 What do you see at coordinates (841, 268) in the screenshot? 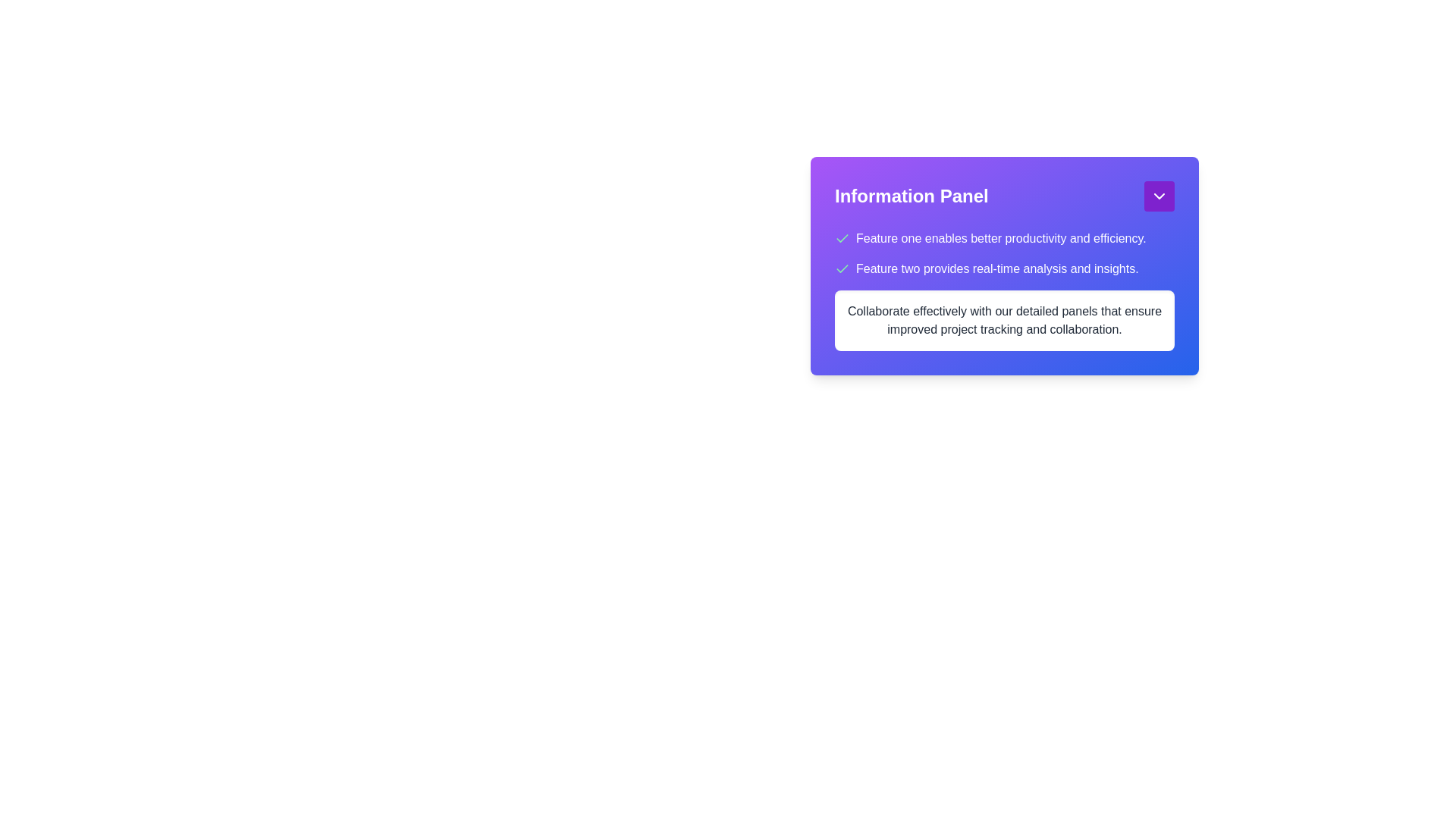
I see `the green check icon located in the Information Panel of the purple dialog box, which is associated with the feature 'Feature two provides real-time analysis and insights.'` at bounding box center [841, 268].